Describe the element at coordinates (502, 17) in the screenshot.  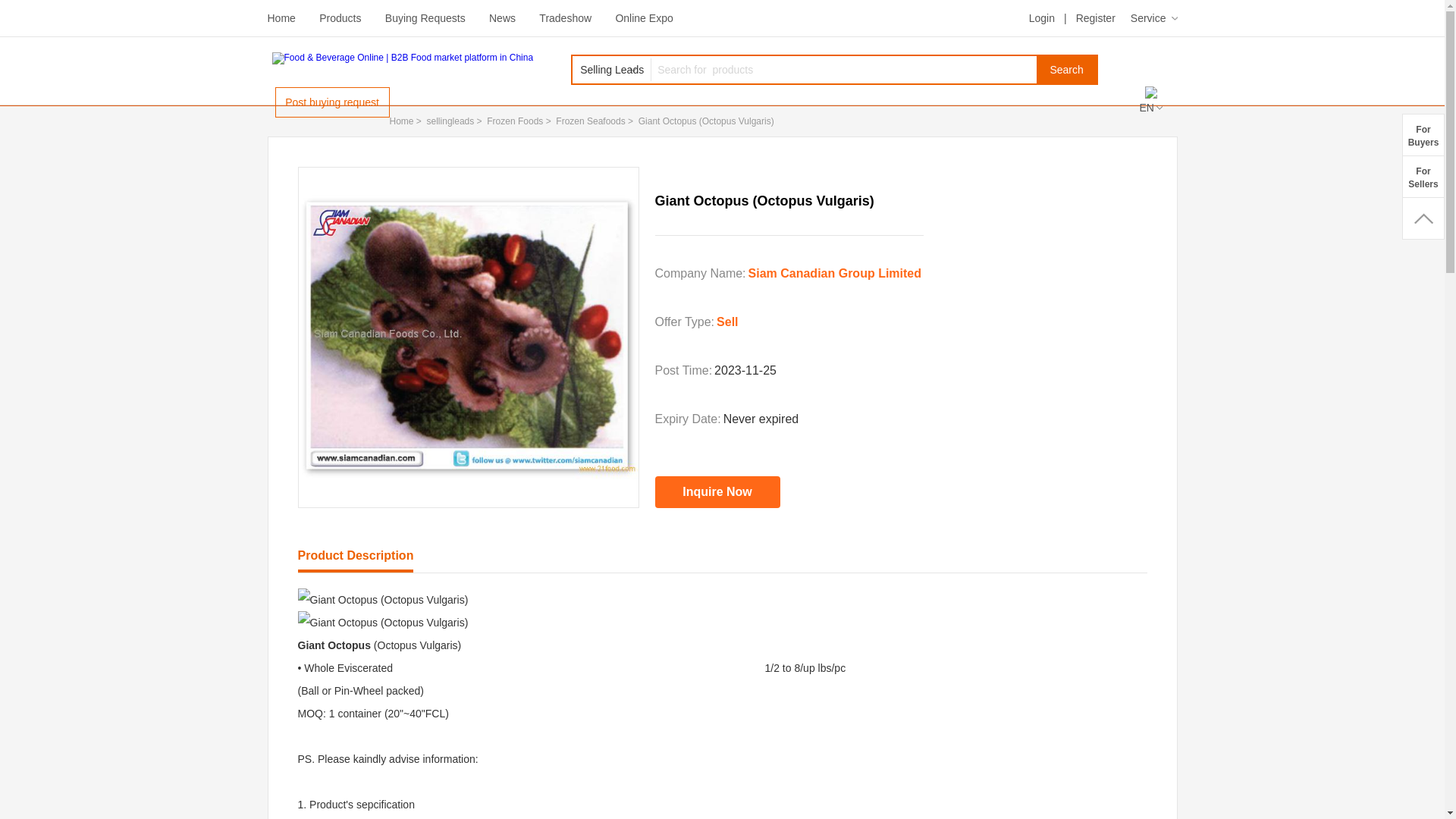
I see `'News'` at that location.